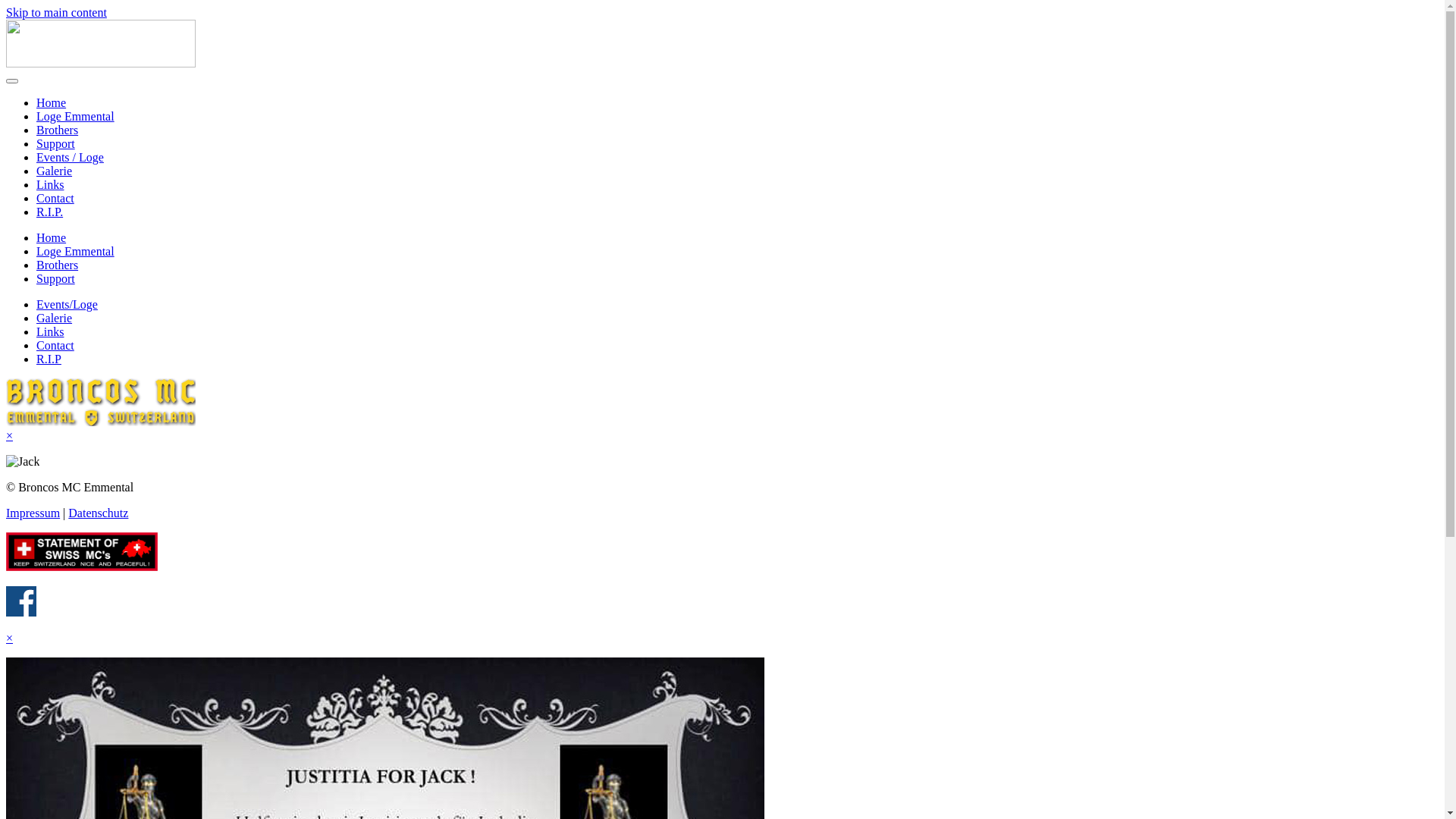 The height and width of the screenshot is (819, 1456). I want to click on 'Home', so click(51, 102).